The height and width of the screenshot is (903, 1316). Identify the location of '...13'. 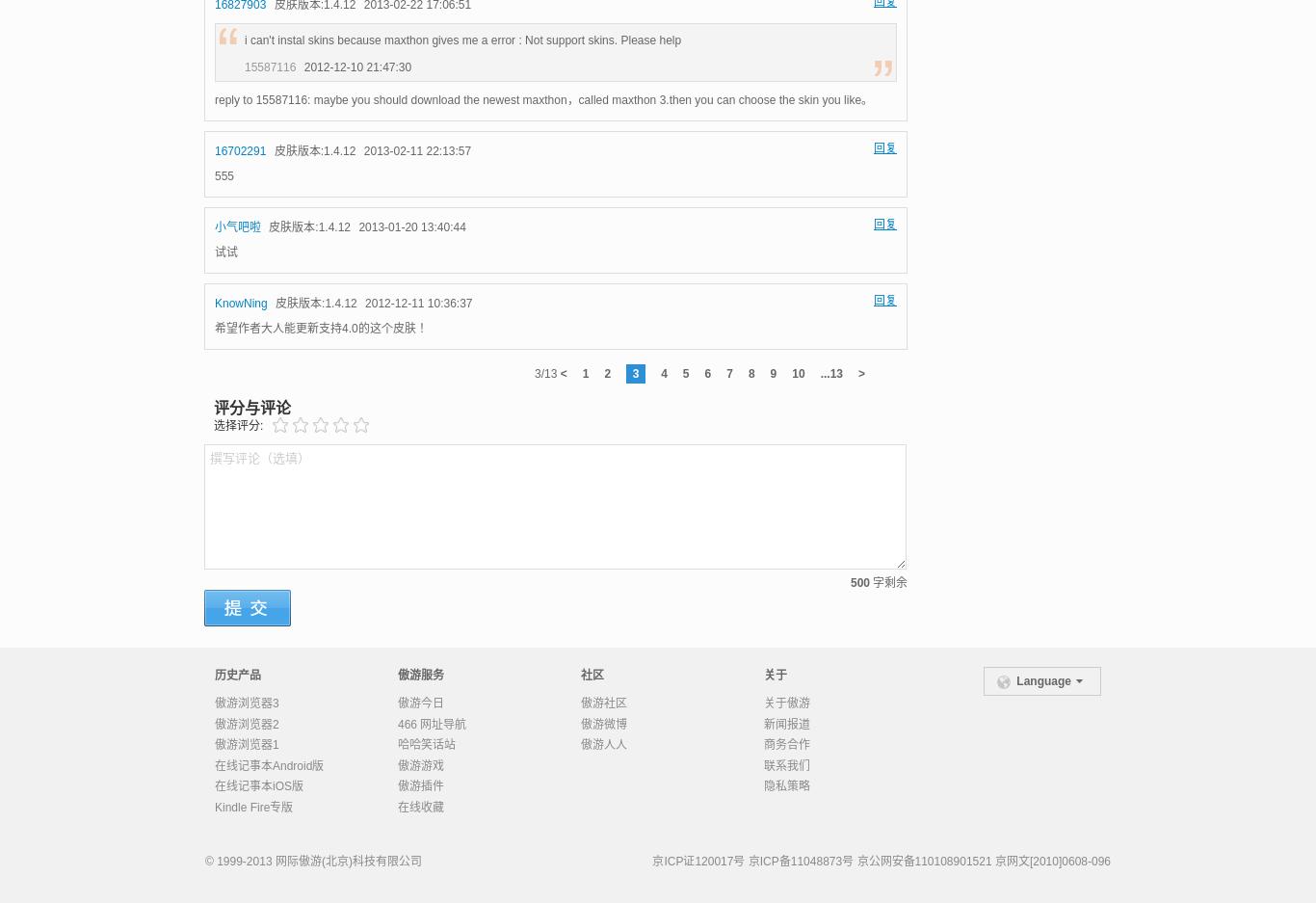
(829, 371).